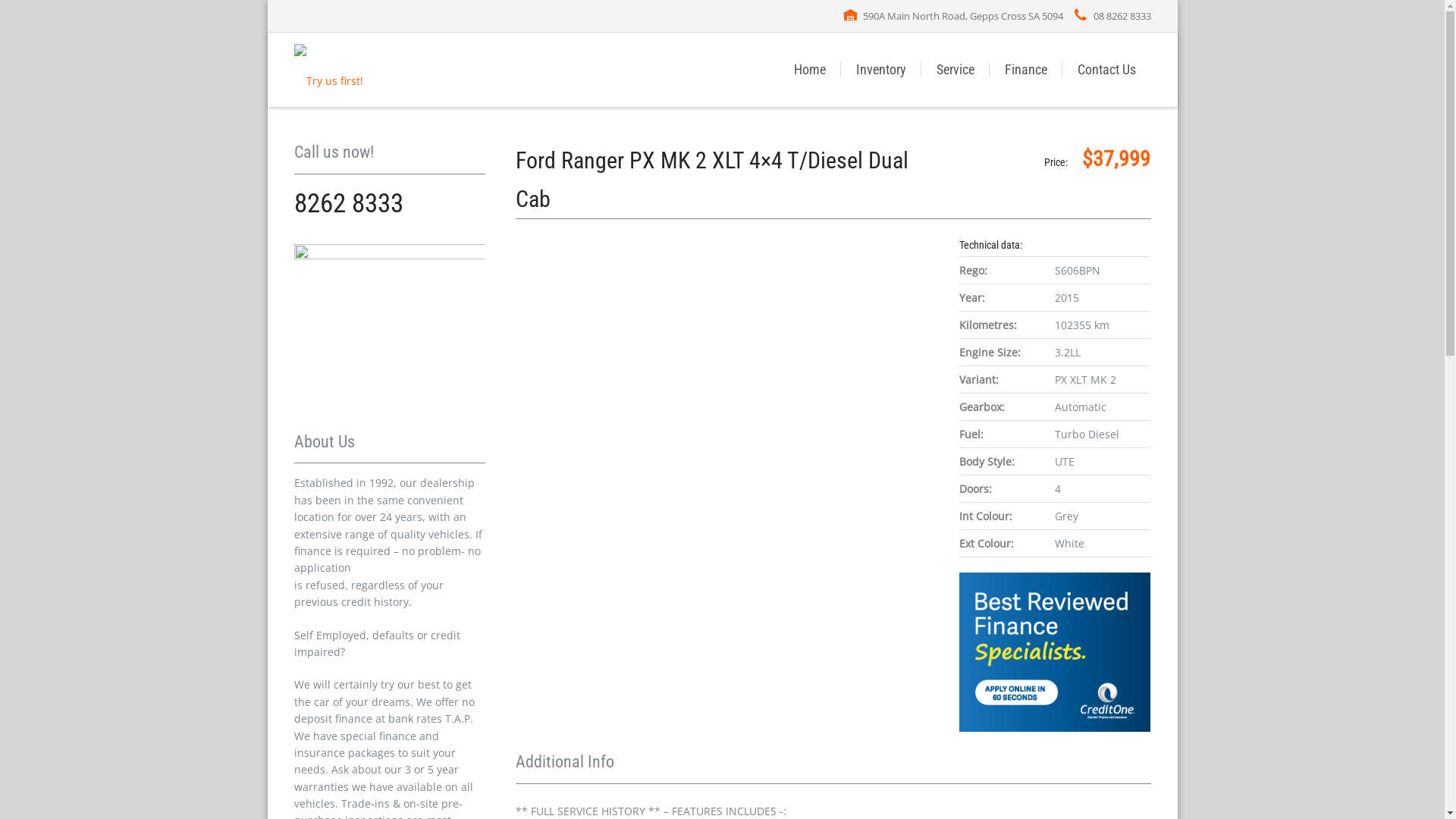 Image resolution: width=1456 pixels, height=819 pixels. I want to click on 'CreditOne', so click(1054, 651).